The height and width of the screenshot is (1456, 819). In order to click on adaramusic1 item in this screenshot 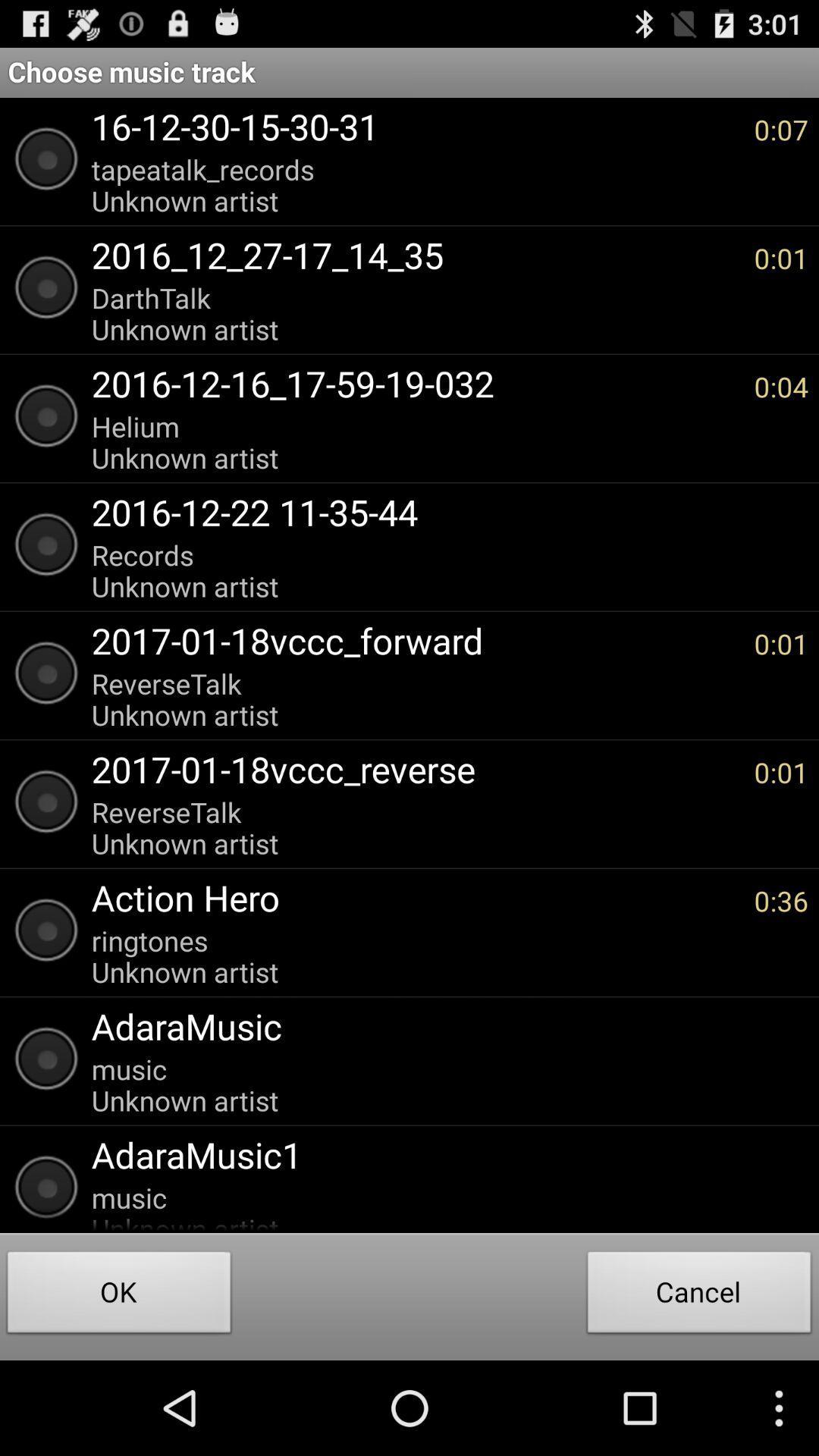, I will do `click(442, 1153)`.